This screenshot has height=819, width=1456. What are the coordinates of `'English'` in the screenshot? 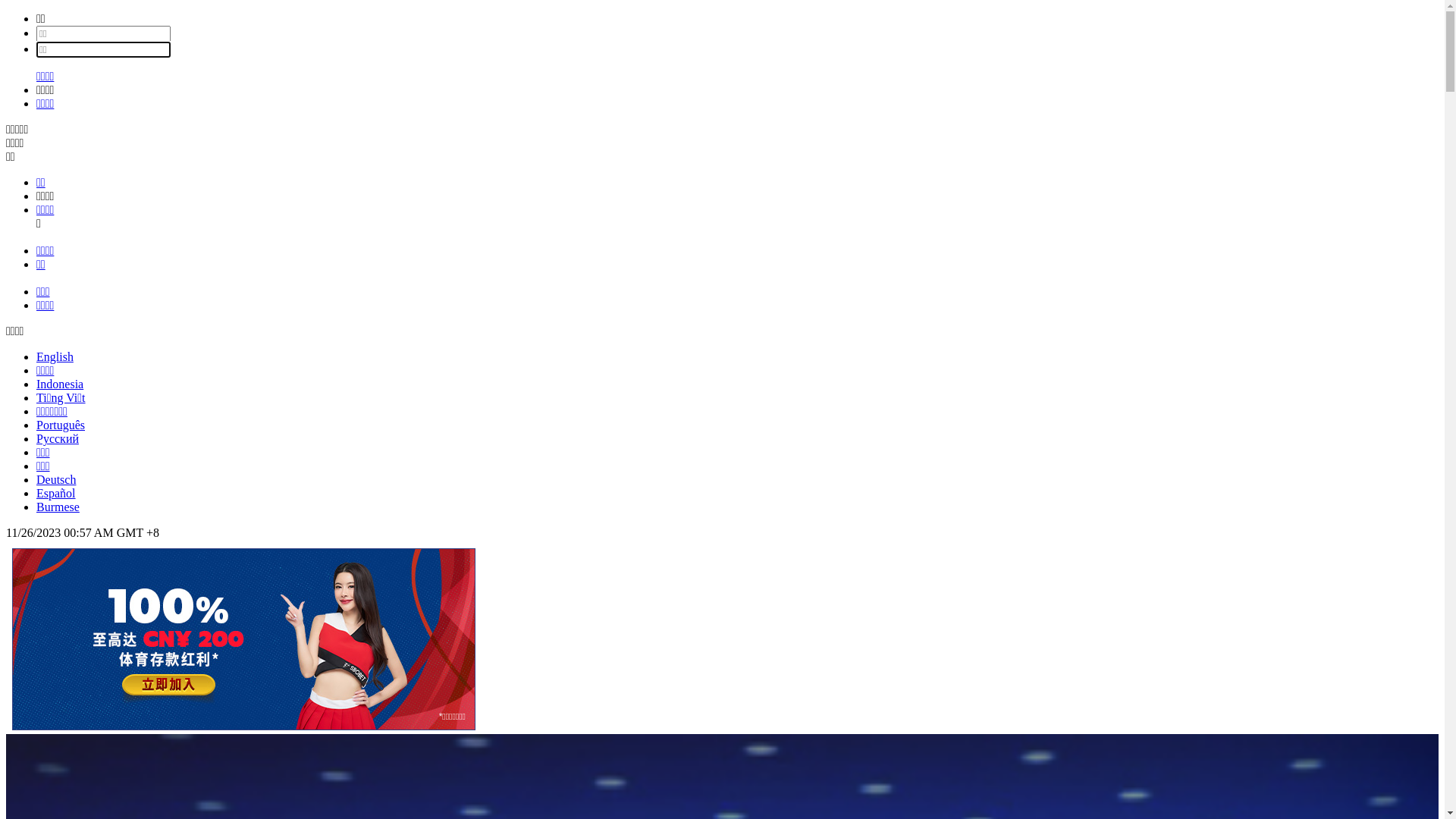 It's located at (36, 356).